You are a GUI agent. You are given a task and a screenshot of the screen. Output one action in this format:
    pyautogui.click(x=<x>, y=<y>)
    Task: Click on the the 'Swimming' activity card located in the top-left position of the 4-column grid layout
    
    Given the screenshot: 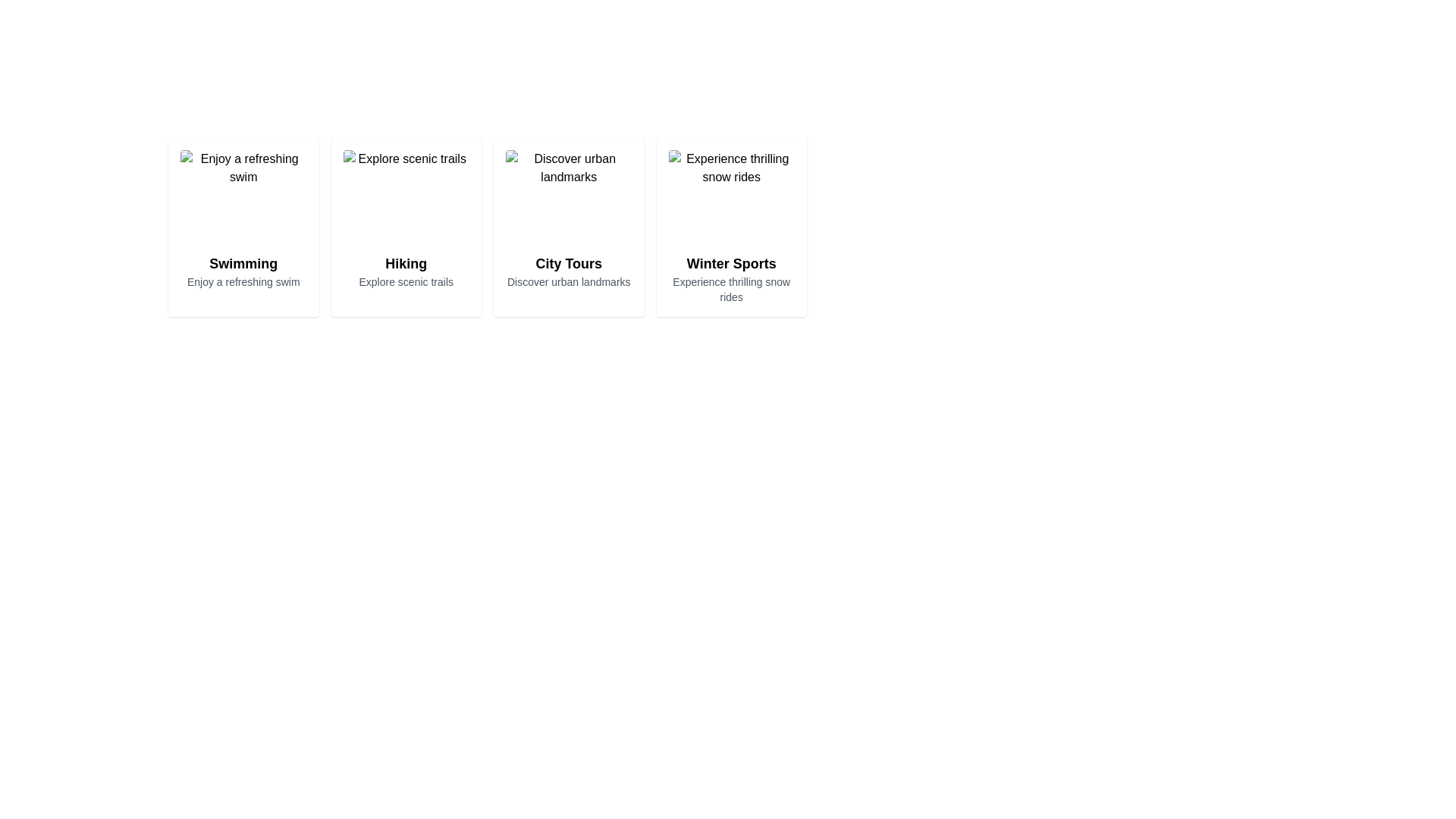 What is the action you would take?
    pyautogui.click(x=243, y=227)
    